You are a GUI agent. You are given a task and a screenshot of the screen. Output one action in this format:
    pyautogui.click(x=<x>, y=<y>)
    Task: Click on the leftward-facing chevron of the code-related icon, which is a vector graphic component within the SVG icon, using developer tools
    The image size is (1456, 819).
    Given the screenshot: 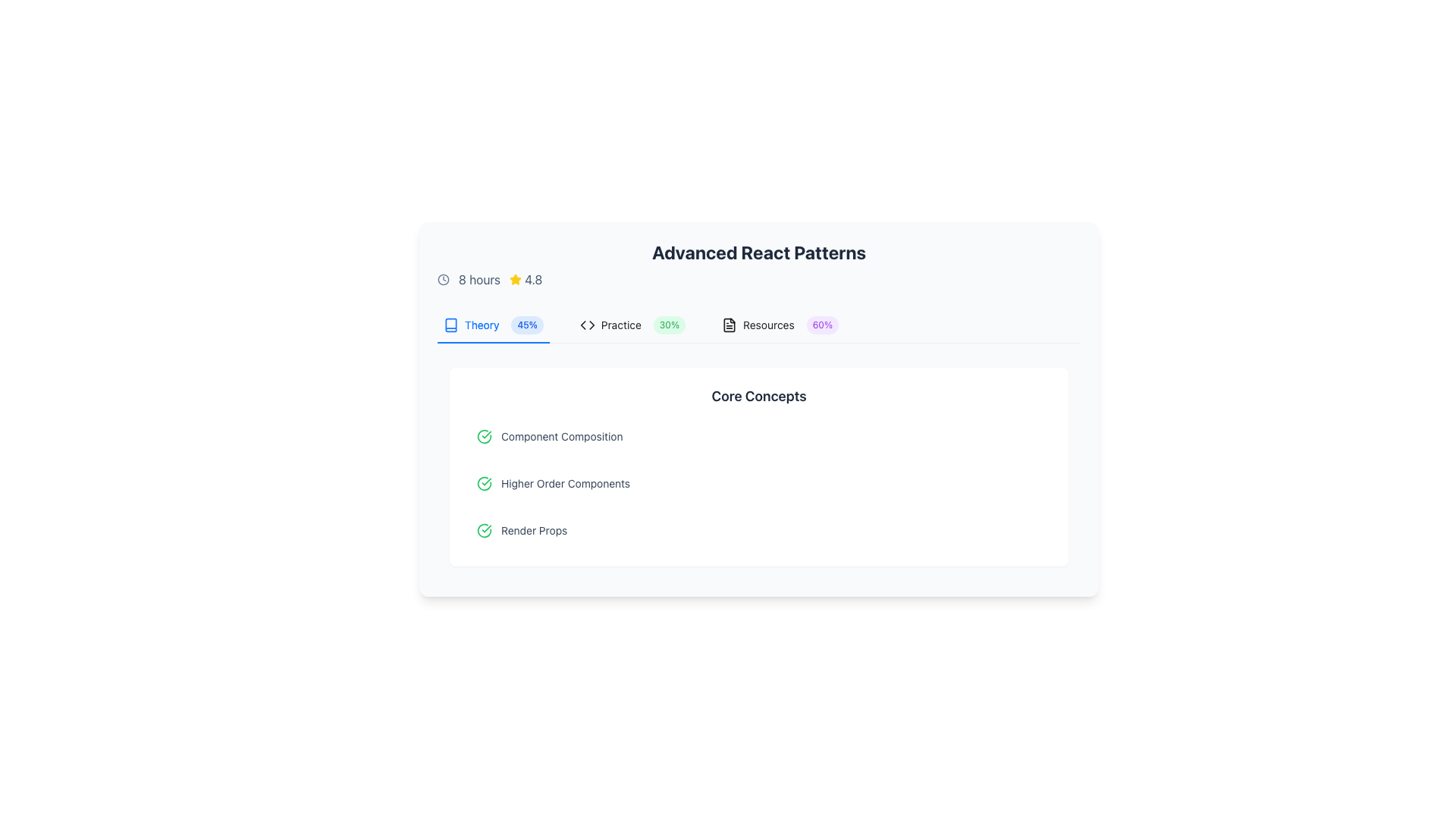 What is the action you would take?
    pyautogui.click(x=582, y=324)
    